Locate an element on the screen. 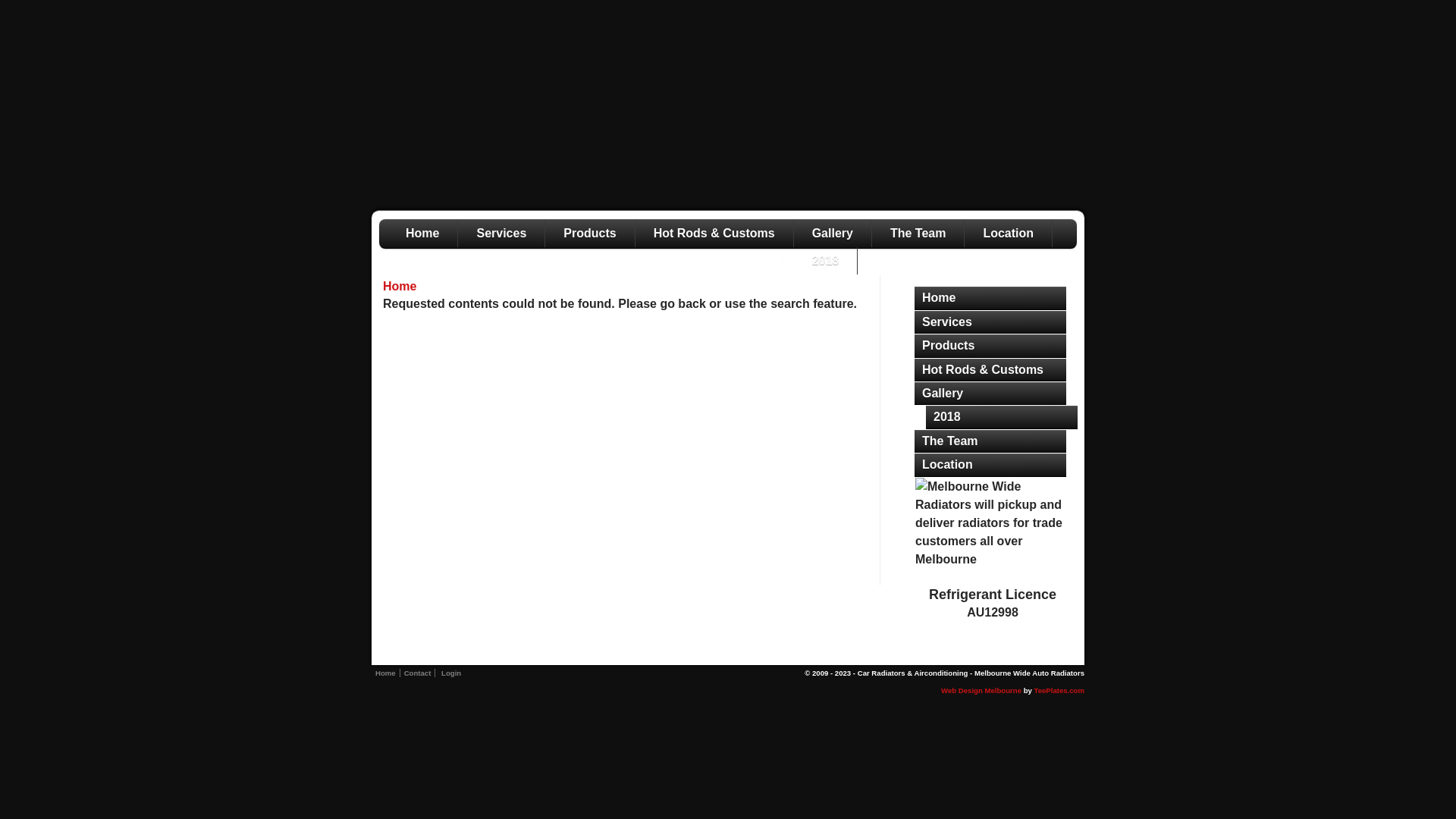 This screenshot has width=1456, height=819. 'Login' is located at coordinates (450, 672).